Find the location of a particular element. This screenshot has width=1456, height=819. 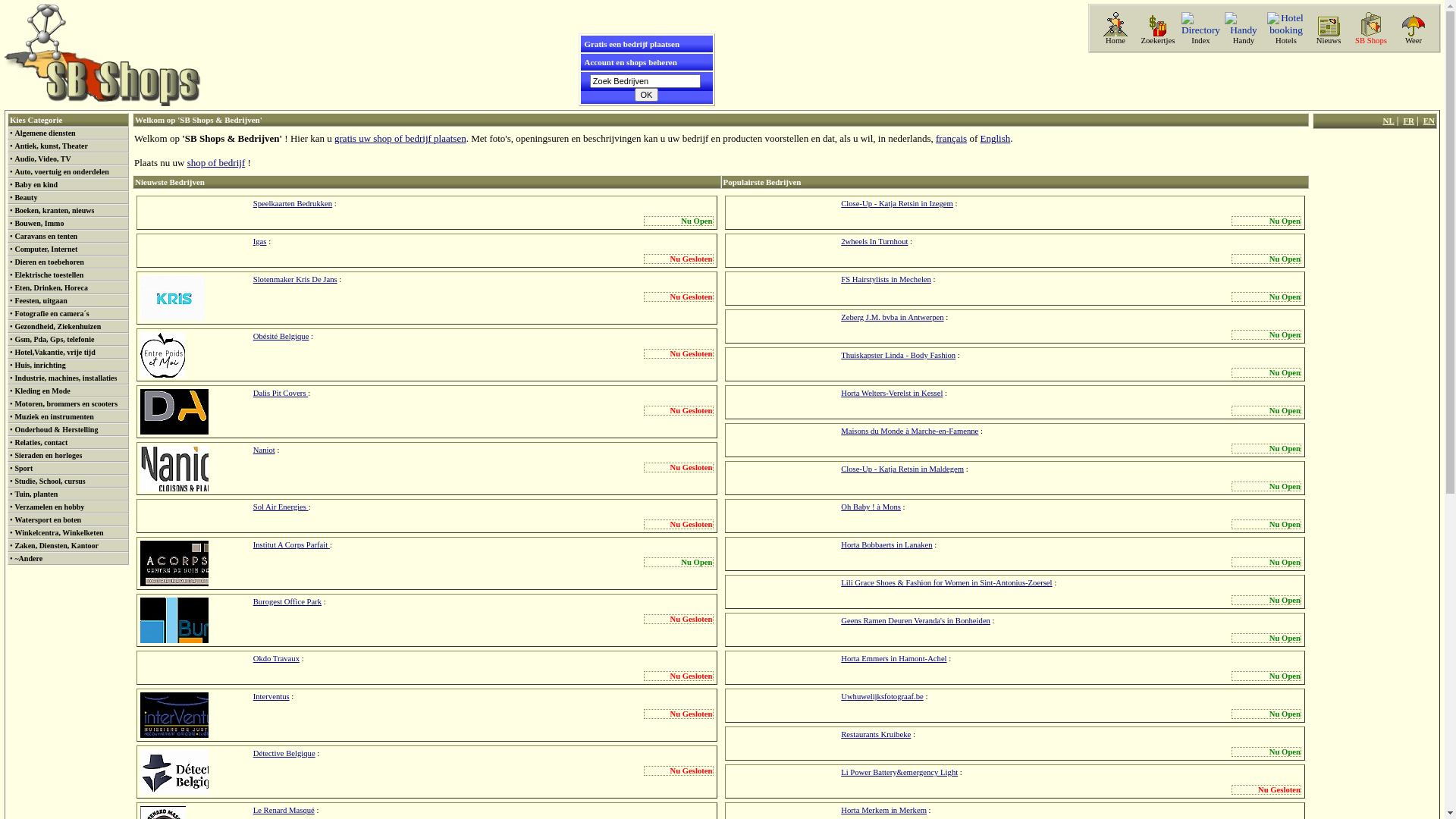

'Elektrische toestellen' is located at coordinates (49, 275).